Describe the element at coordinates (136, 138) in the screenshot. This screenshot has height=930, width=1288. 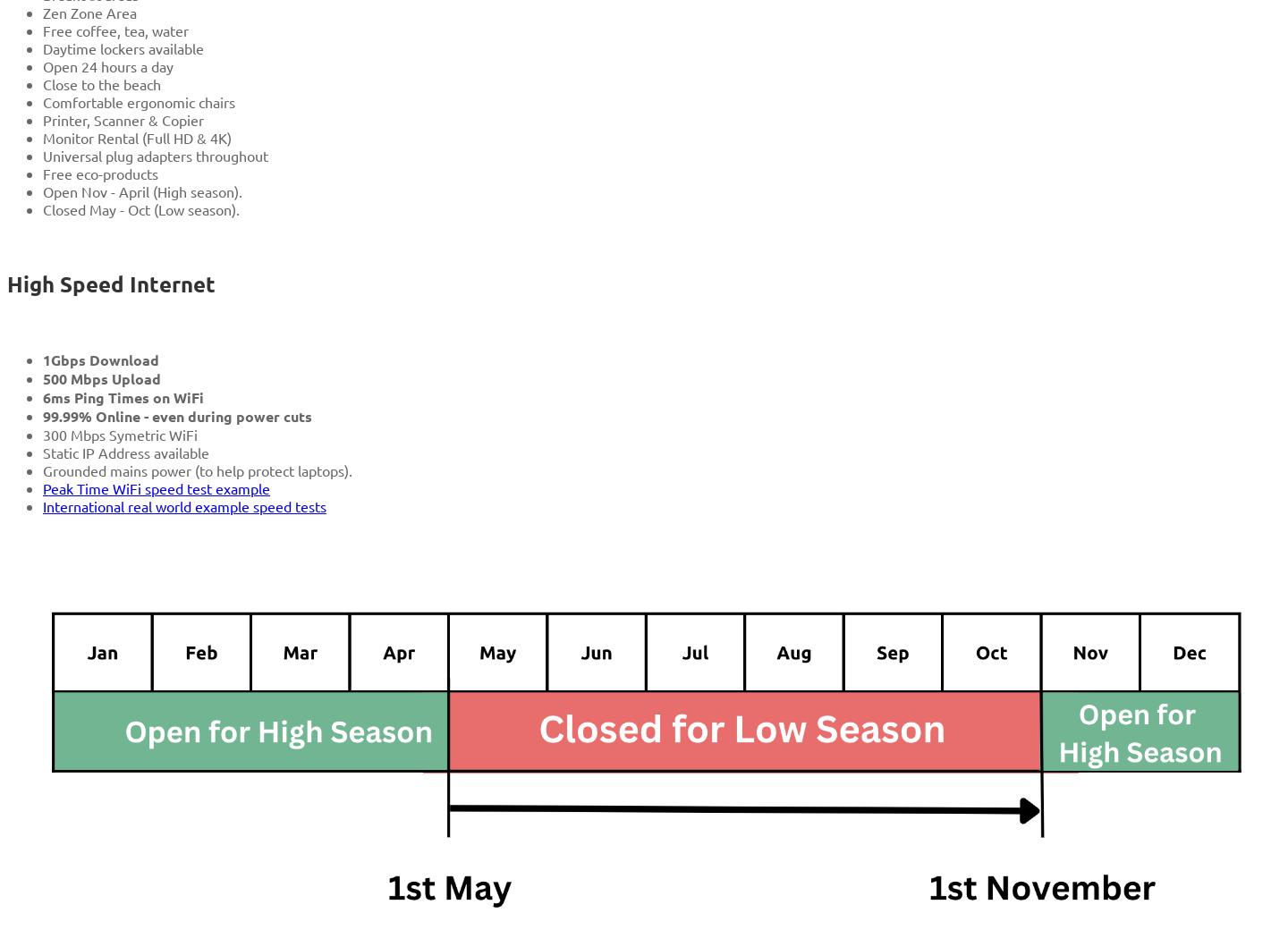
I see `'Monitor Rental (Full HD & 4K)'` at that location.